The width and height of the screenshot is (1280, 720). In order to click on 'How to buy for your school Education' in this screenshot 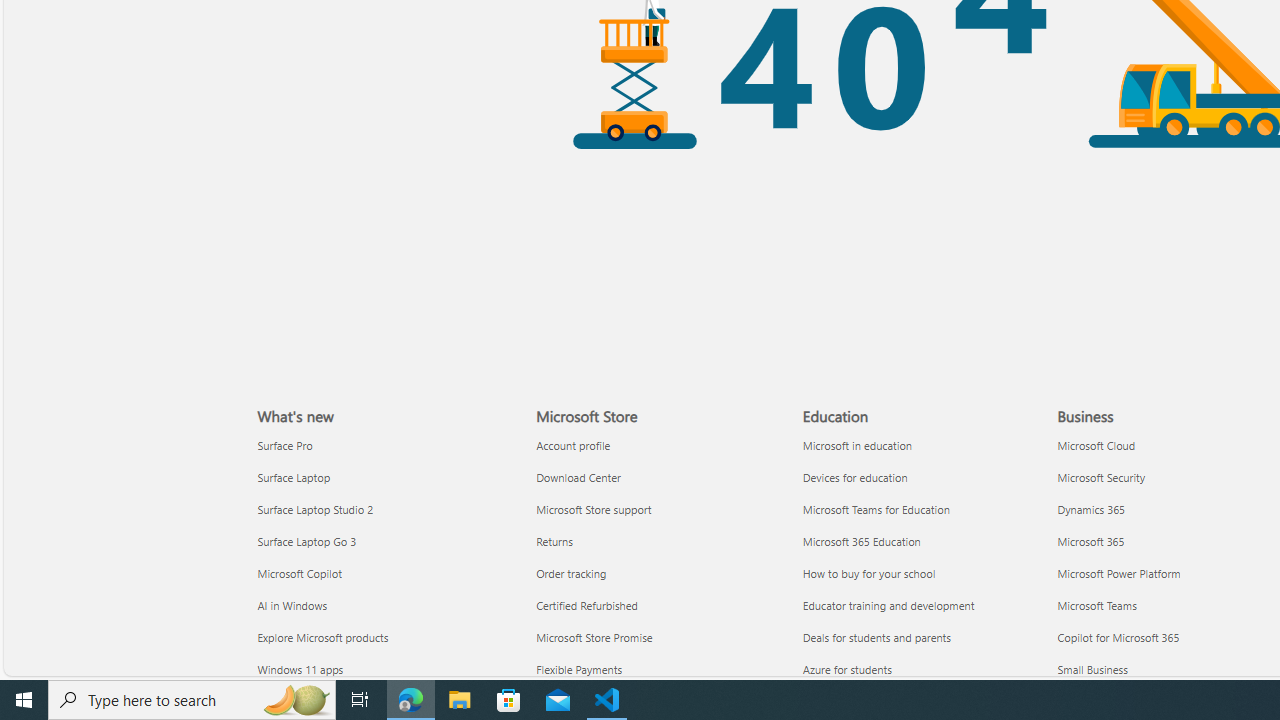, I will do `click(869, 573)`.